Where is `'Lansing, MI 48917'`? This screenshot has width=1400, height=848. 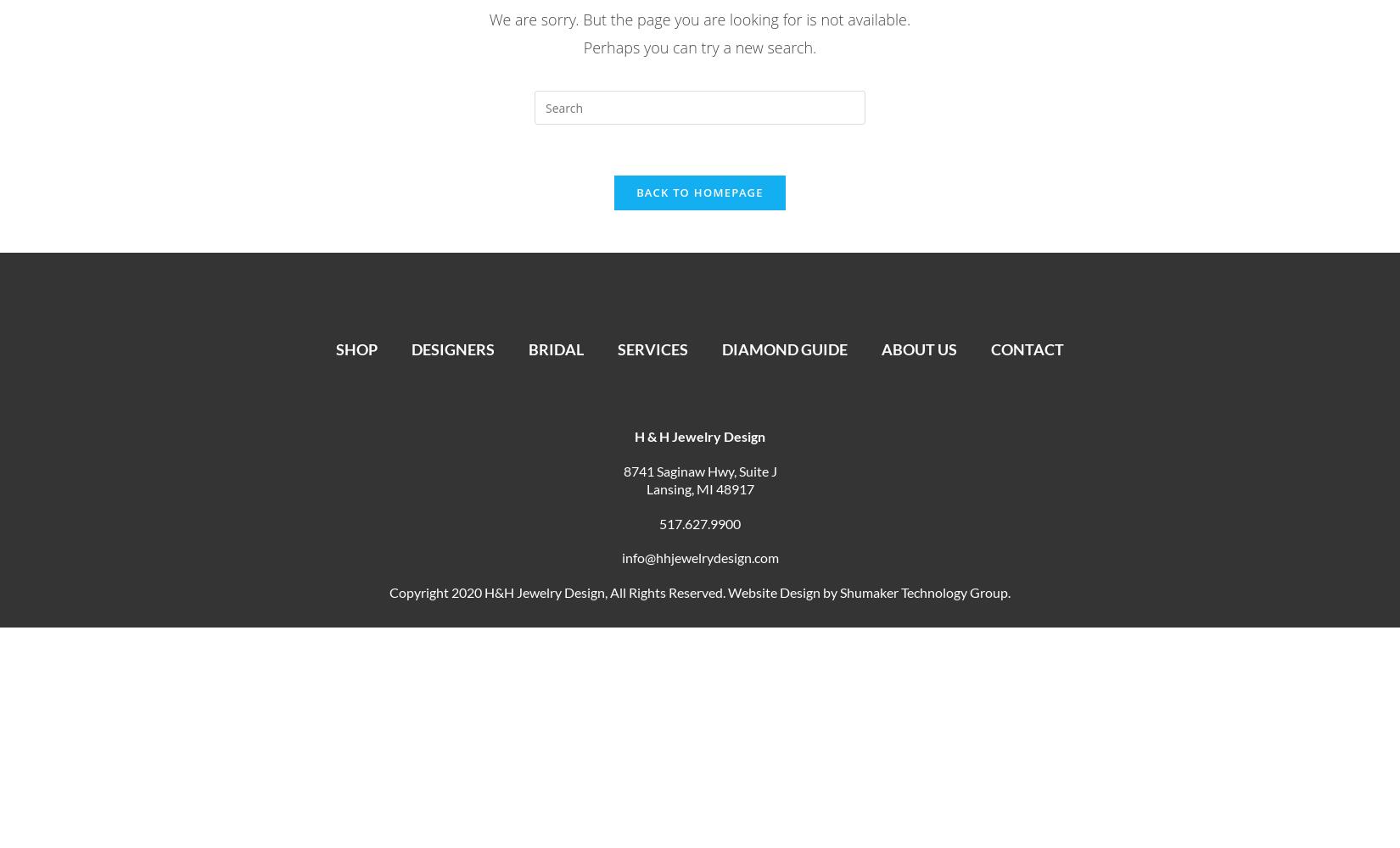
'Lansing, MI 48917' is located at coordinates (698, 487).